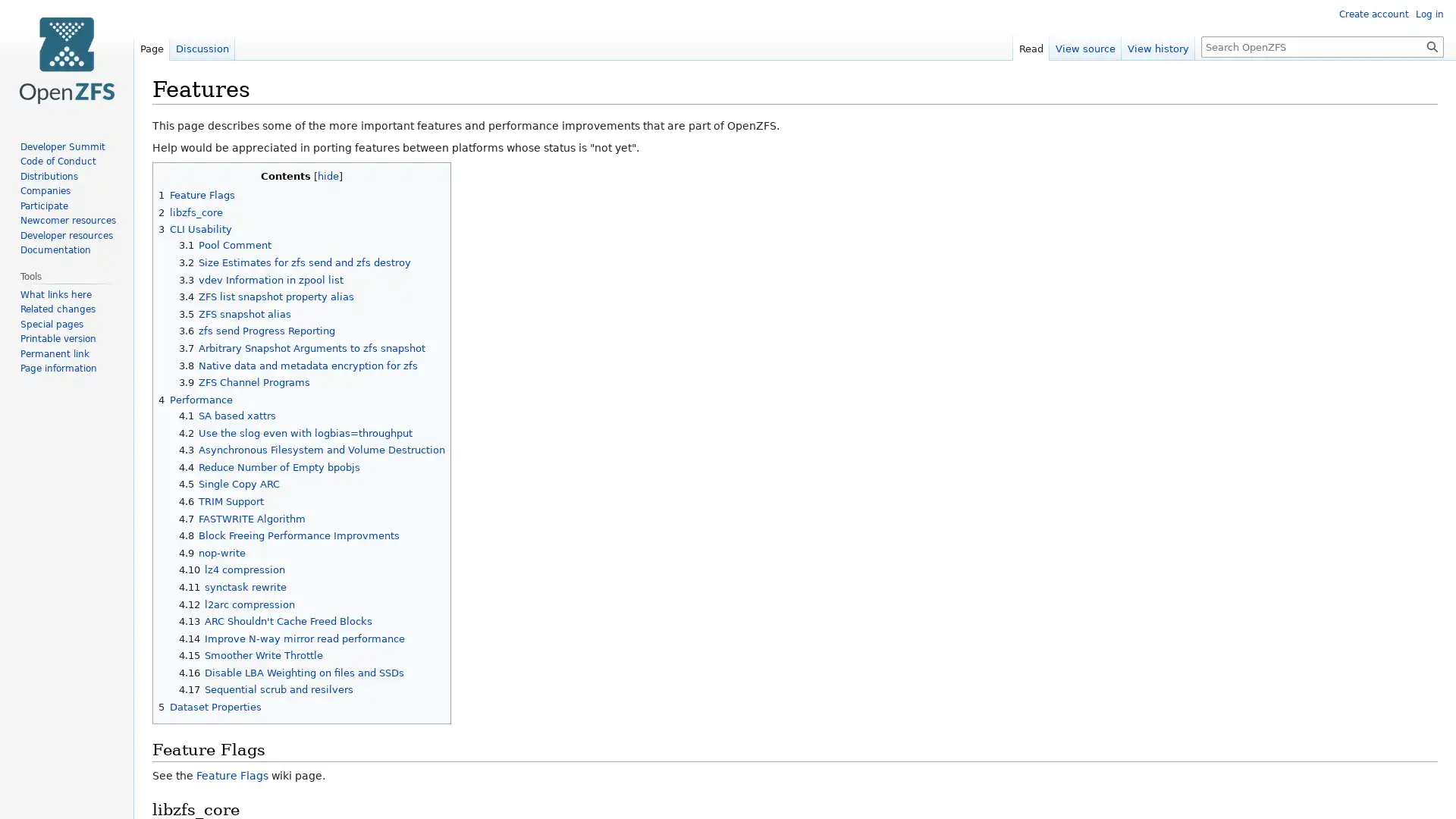 This screenshot has width=1456, height=819. I want to click on Go, so click(1432, 45).